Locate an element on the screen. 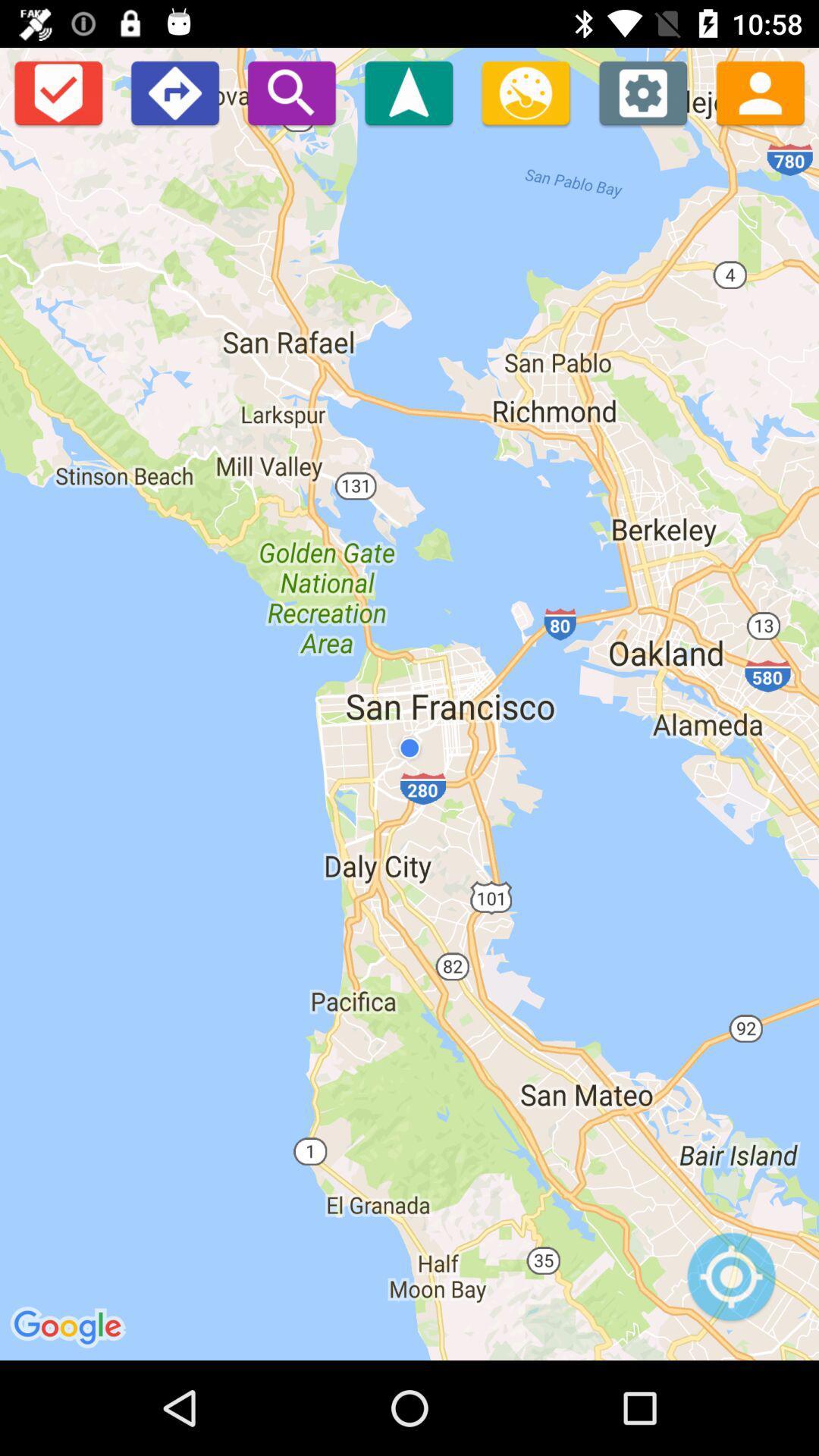 This screenshot has width=819, height=1456. the avatar icon is located at coordinates (760, 92).